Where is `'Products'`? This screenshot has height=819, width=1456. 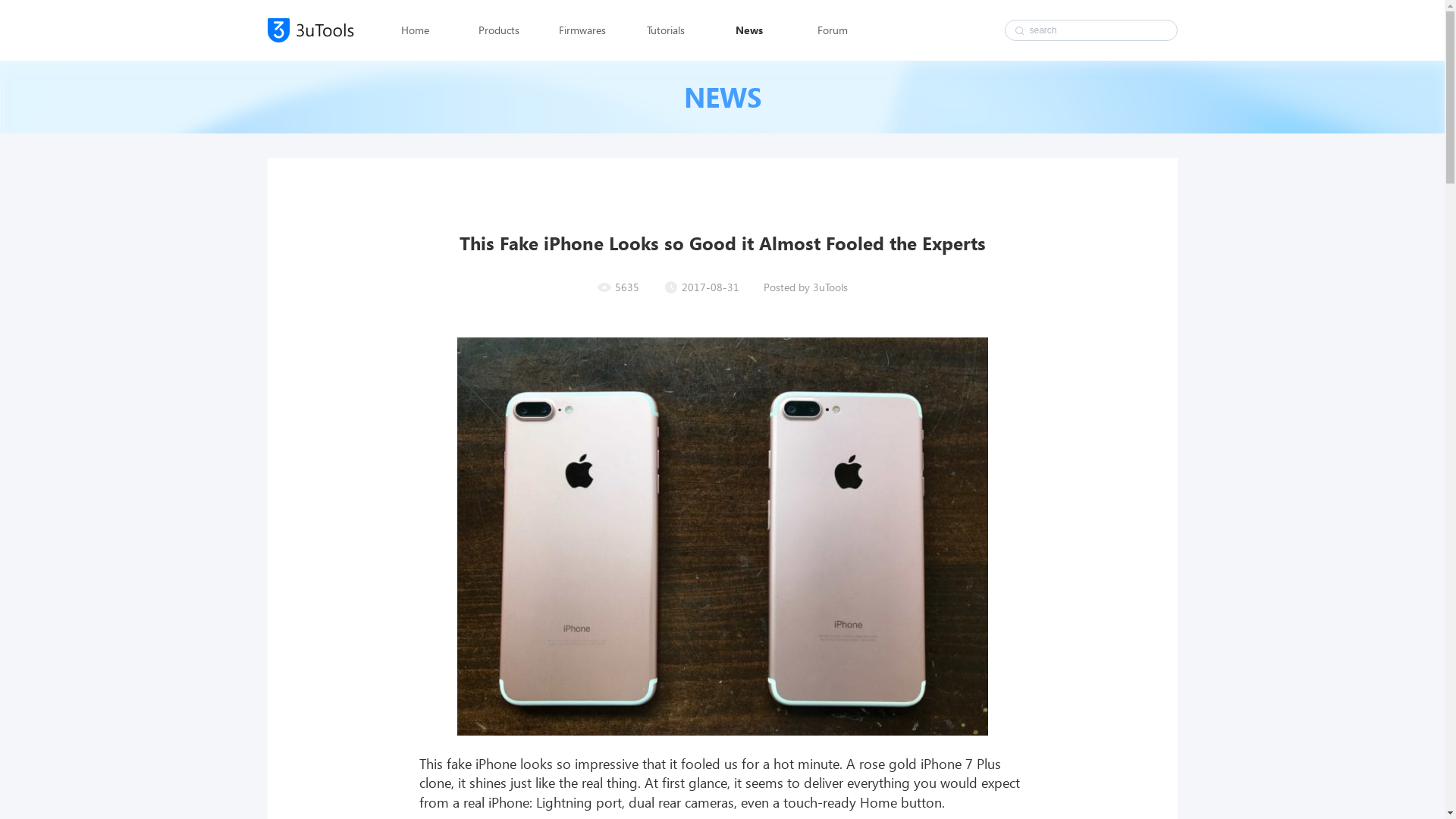 'Products' is located at coordinates (498, 30).